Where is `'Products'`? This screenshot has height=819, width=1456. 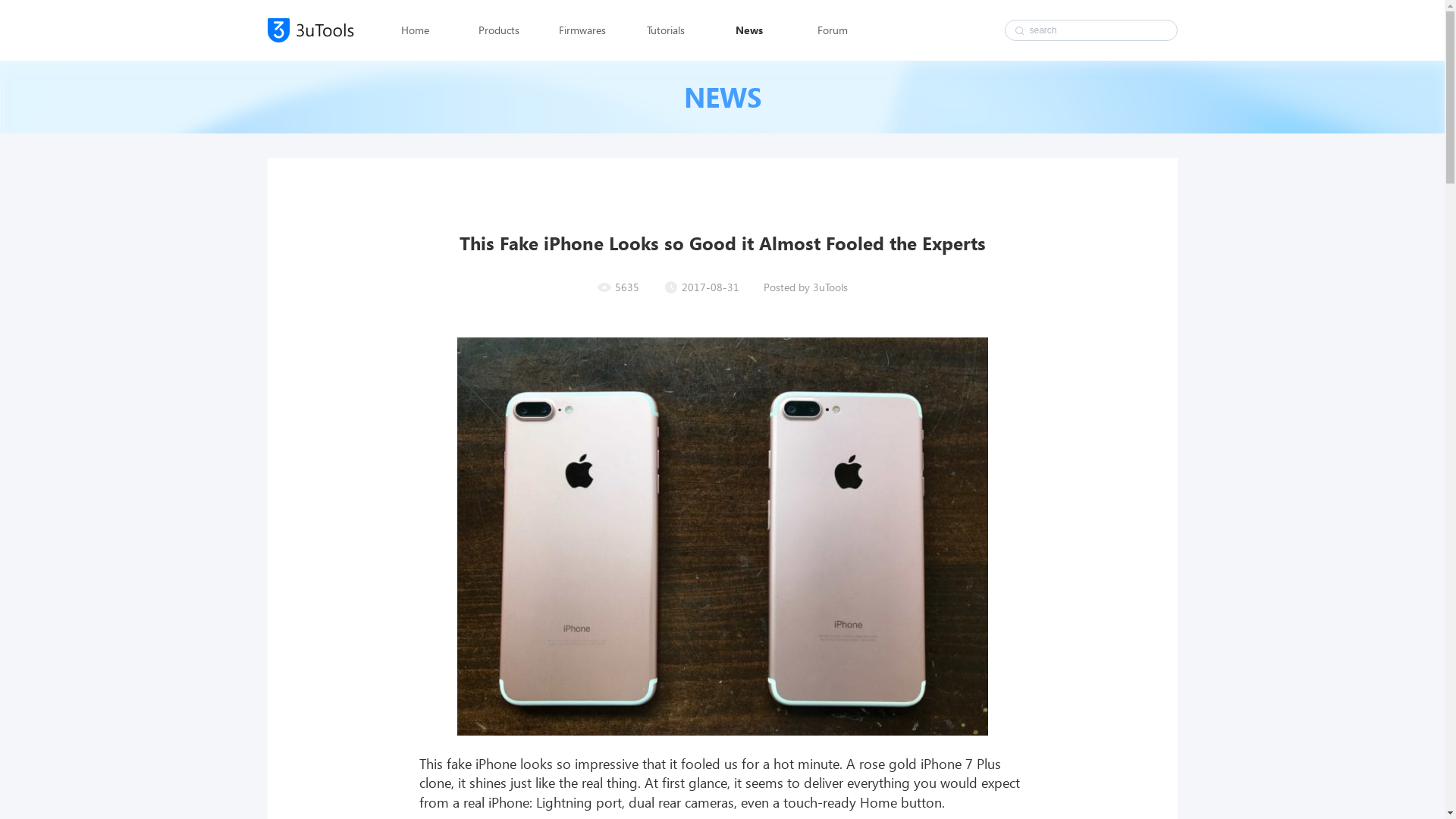 'Products' is located at coordinates (498, 30).